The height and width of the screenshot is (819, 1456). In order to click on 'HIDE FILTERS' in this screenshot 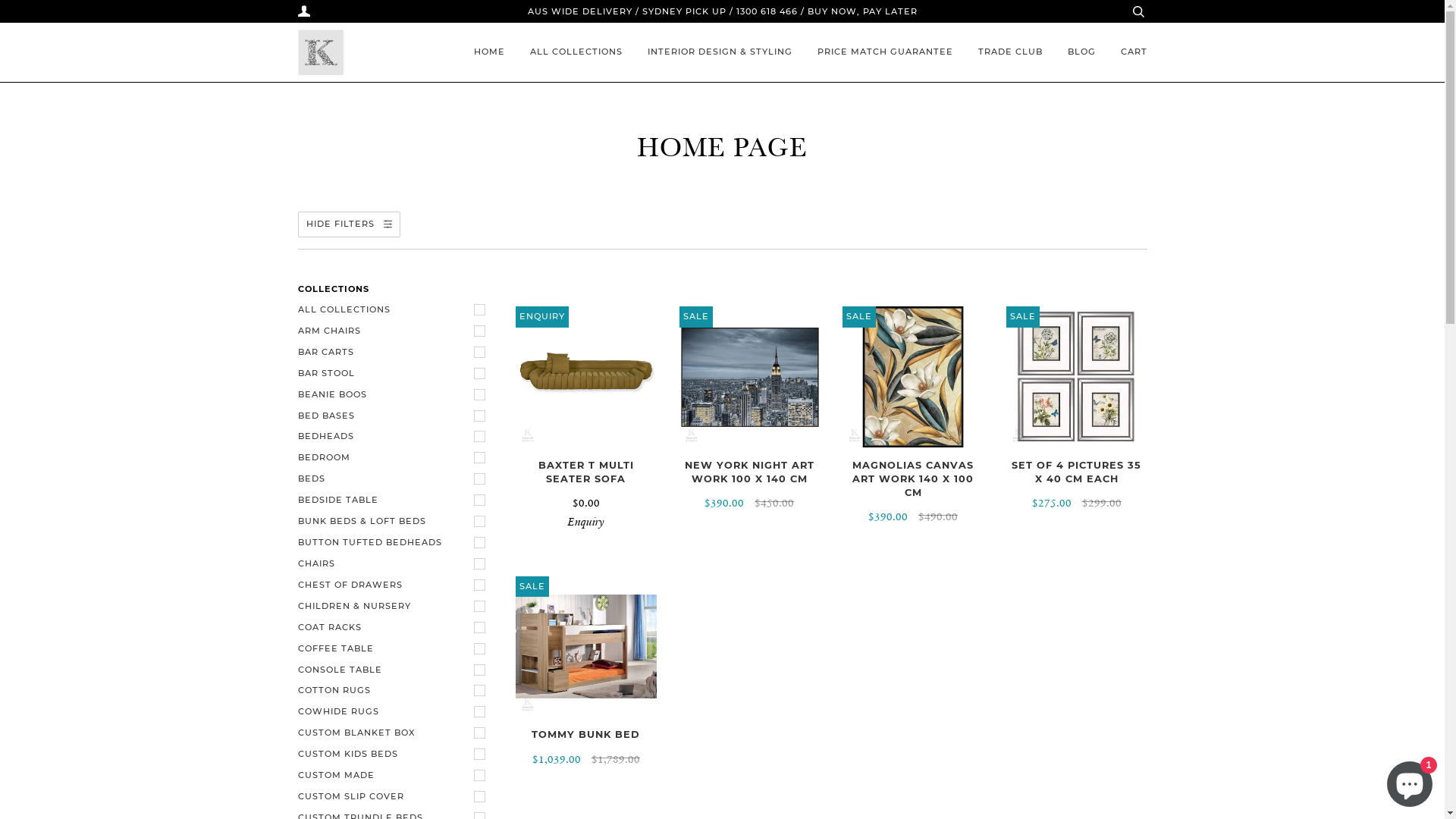, I will do `click(347, 224)`.